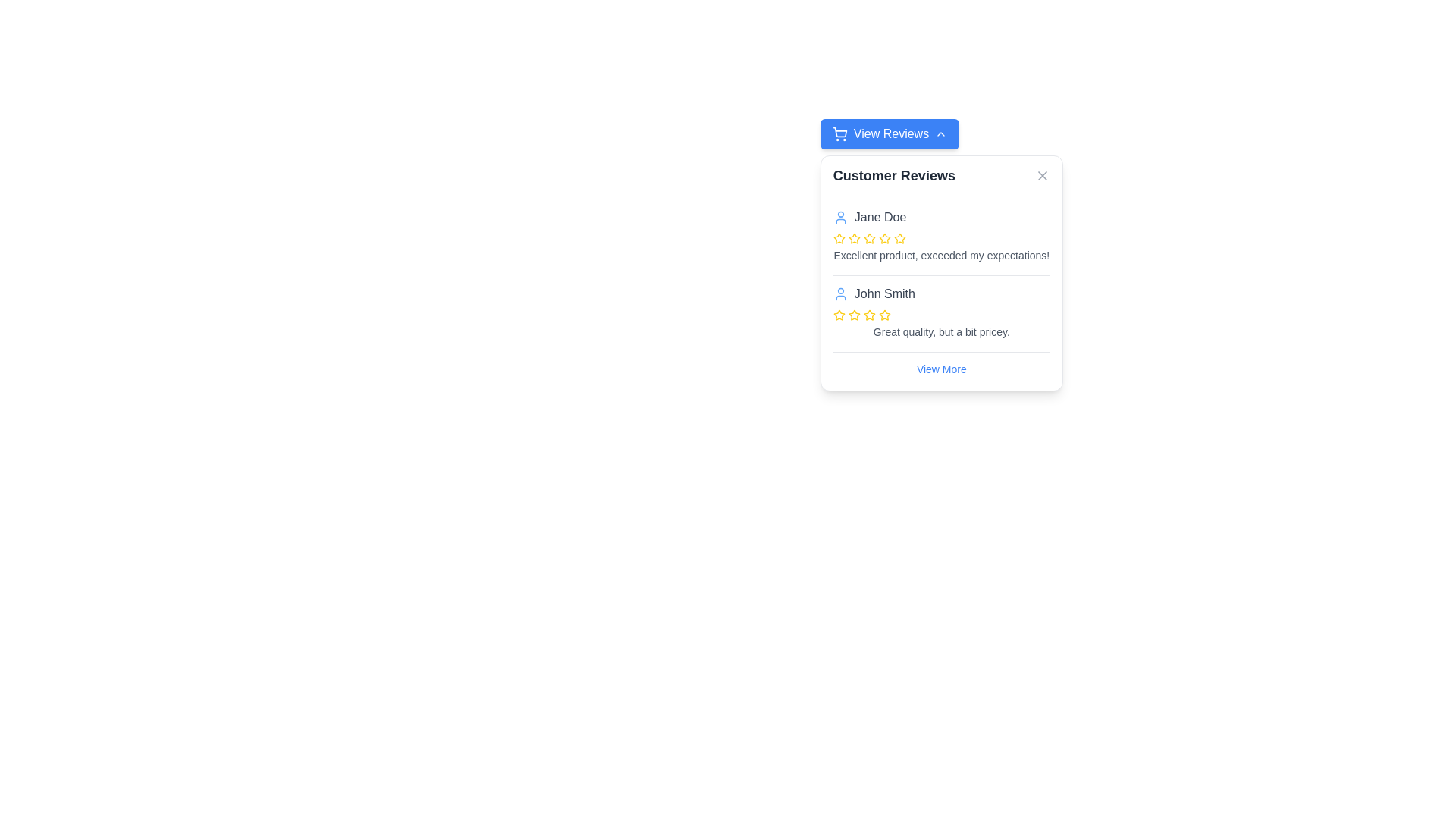 The height and width of the screenshot is (819, 1456). What do you see at coordinates (940, 133) in the screenshot?
I see `the icon positioned at the far right edge of the 'View Reviews' button, indicating further options are accessible` at bounding box center [940, 133].